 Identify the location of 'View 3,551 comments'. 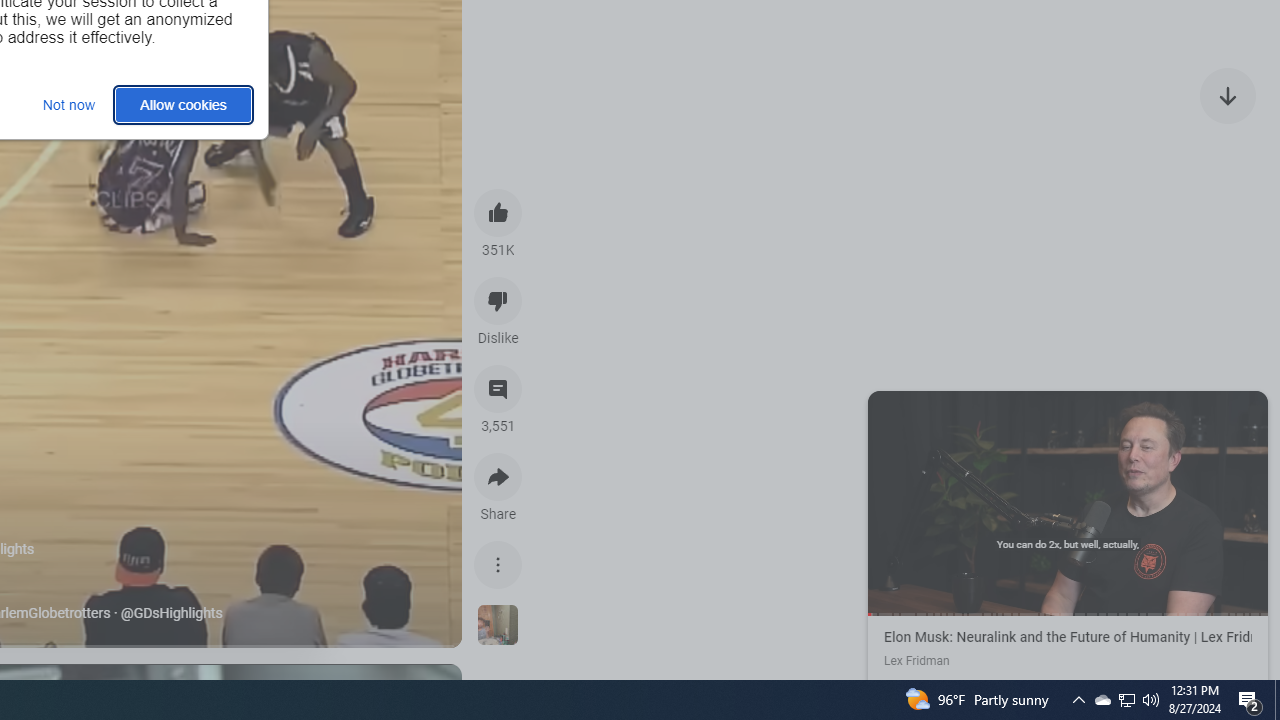
(498, 389).